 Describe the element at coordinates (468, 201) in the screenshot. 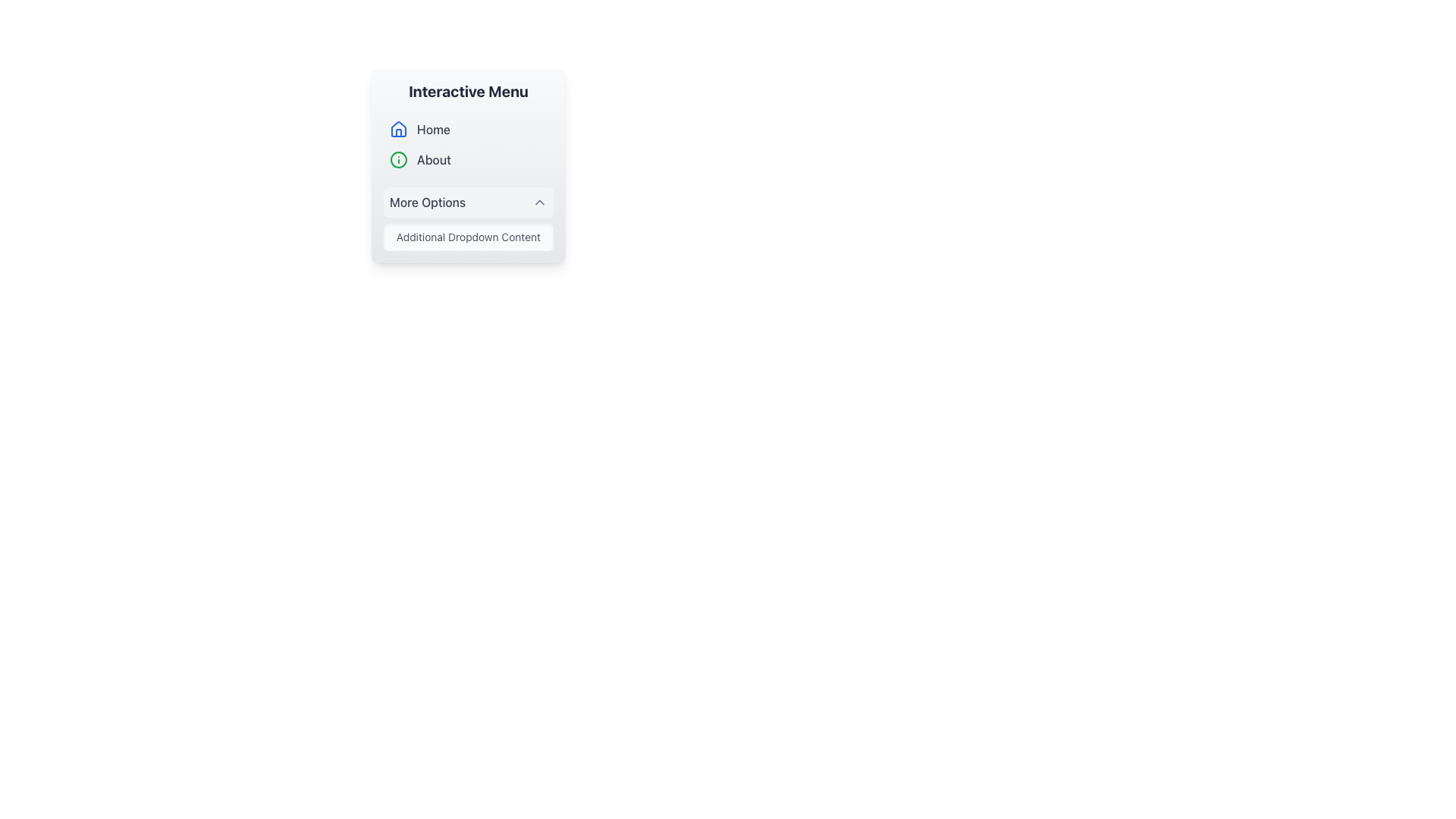

I see `the 'More Options' button, which is a horizontally aligned rectangular button with a light gray background and rounded corners` at that location.